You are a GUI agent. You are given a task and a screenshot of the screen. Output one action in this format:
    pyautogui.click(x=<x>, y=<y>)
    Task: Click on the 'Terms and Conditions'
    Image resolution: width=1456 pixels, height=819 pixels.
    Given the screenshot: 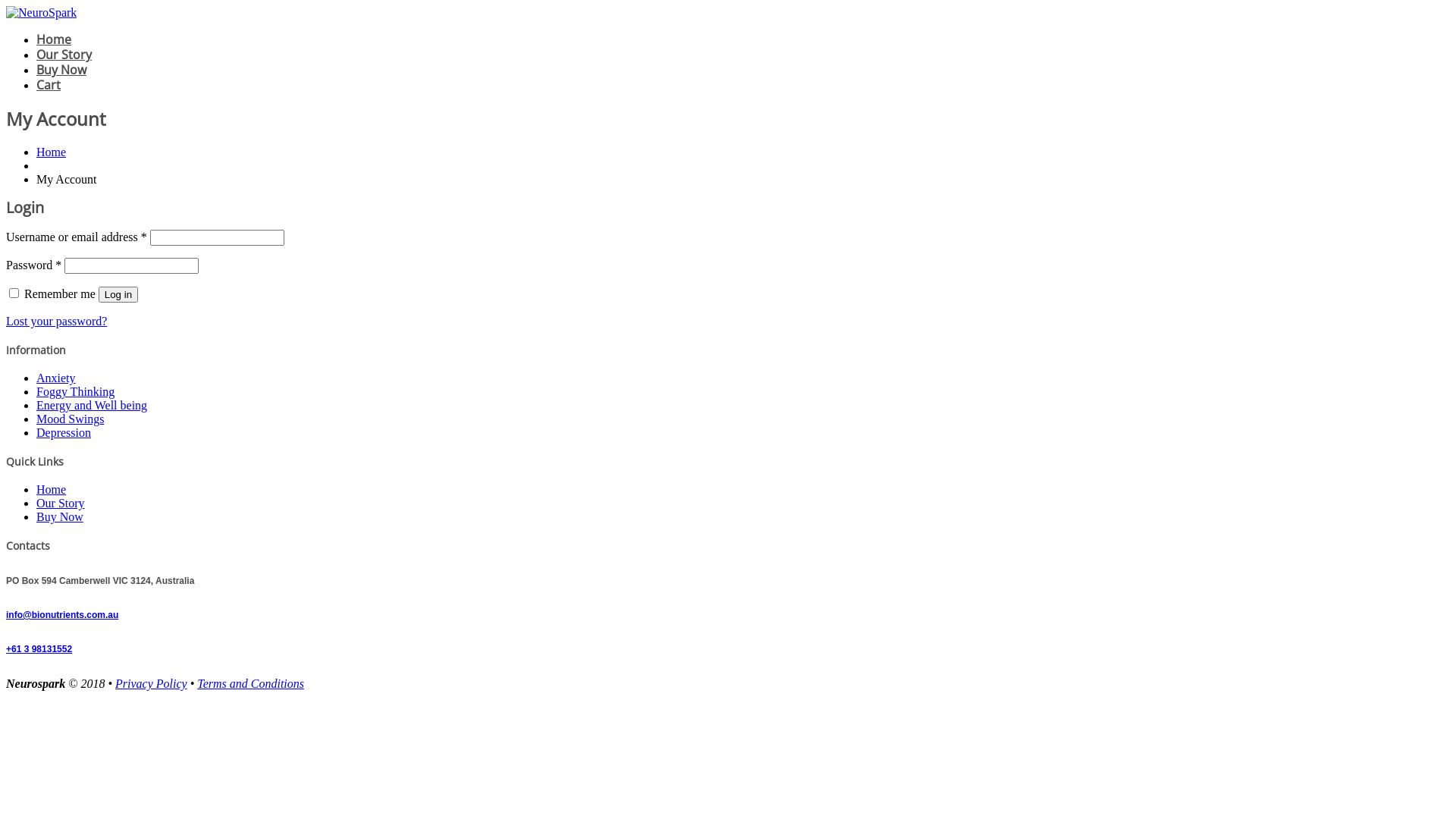 What is the action you would take?
    pyautogui.click(x=250, y=683)
    